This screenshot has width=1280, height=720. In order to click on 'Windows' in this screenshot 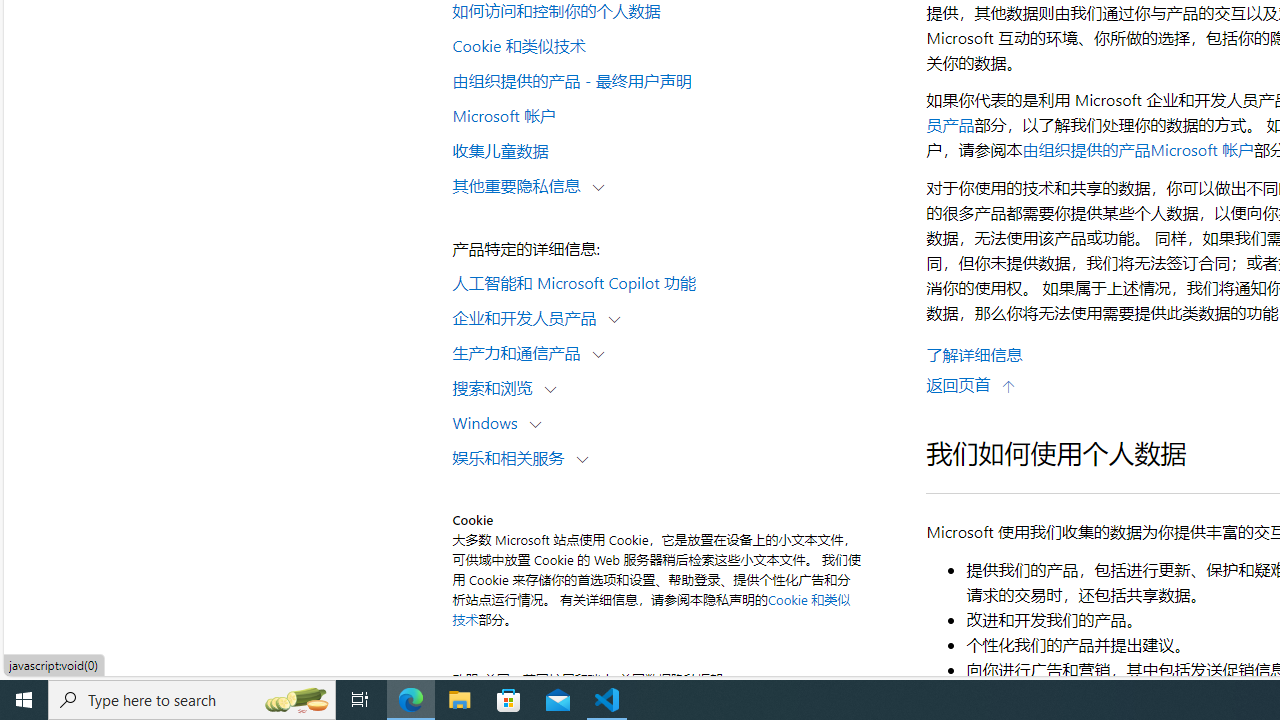, I will do `click(489, 420)`.